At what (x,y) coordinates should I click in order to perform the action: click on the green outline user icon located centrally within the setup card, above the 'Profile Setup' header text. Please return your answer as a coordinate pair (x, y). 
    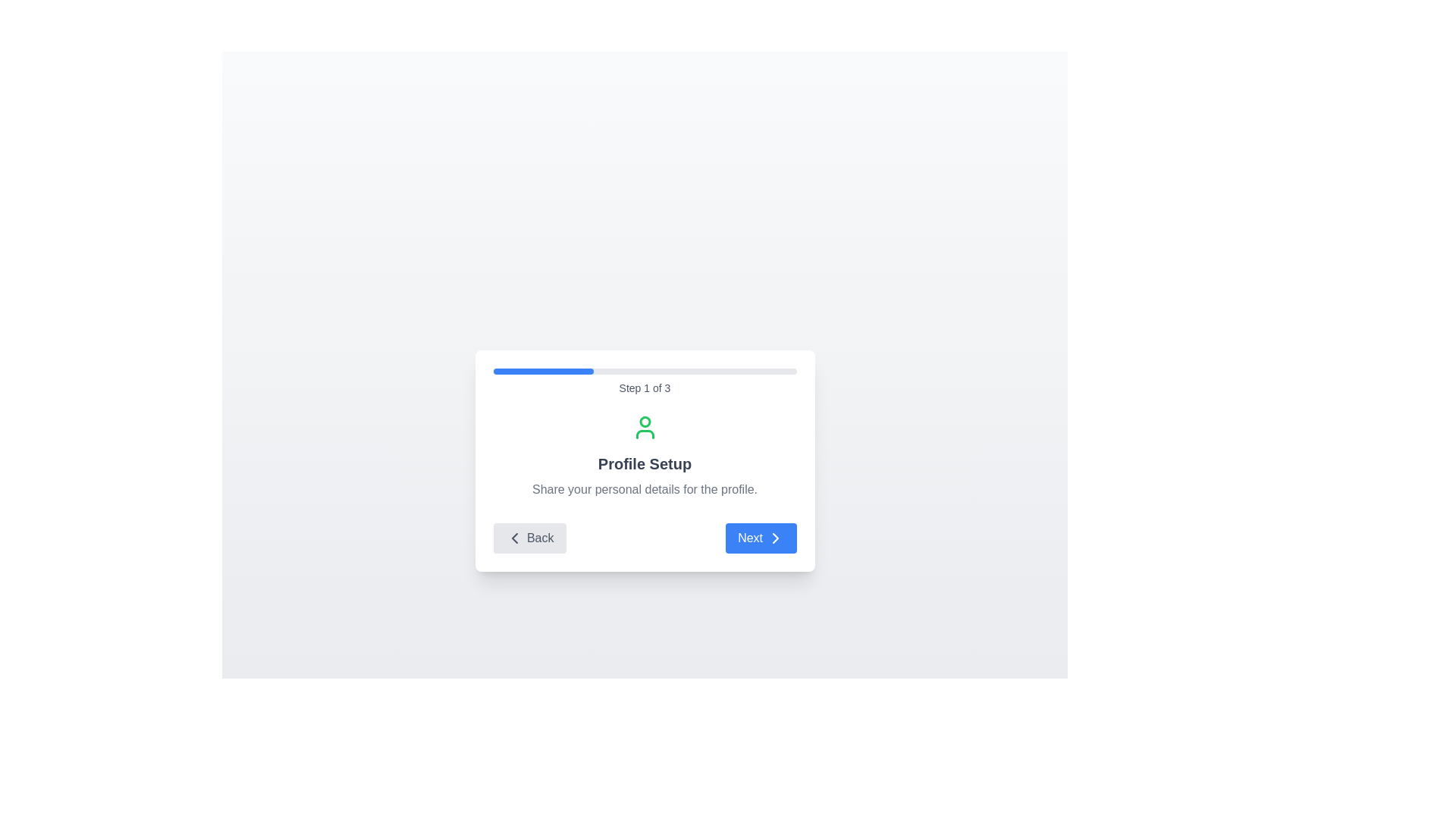
    Looking at the image, I should click on (645, 427).